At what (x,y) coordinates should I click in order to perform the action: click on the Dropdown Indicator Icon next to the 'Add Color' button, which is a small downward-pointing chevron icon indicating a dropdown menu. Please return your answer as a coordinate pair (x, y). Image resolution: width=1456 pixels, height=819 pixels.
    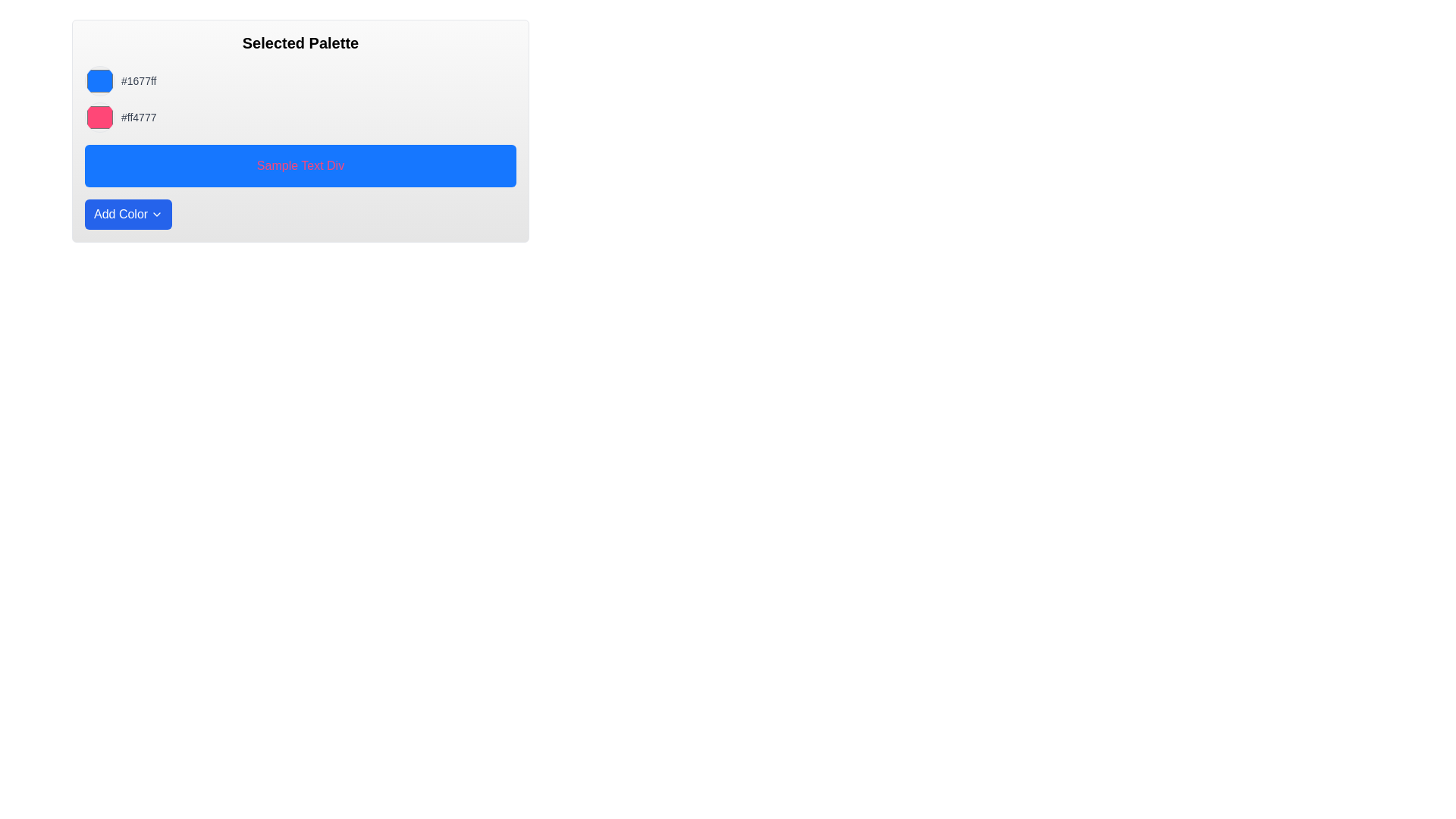
    Looking at the image, I should click on (157, 214).